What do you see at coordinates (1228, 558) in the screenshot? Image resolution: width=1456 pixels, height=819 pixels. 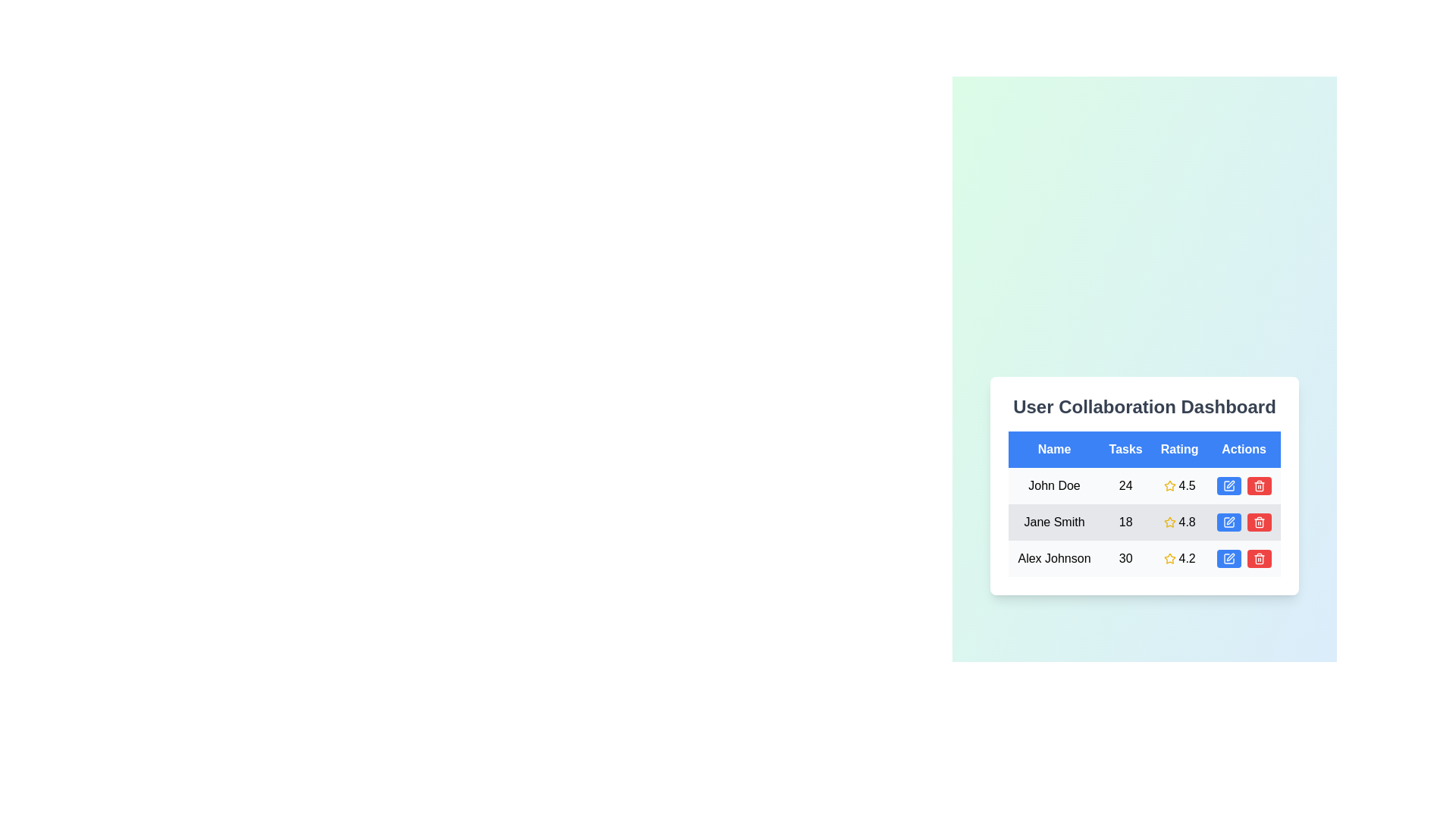 I see `the edit icon button in the 'Alex Johnson' row to initiate the edit action` at bounding box center [1228, 558].